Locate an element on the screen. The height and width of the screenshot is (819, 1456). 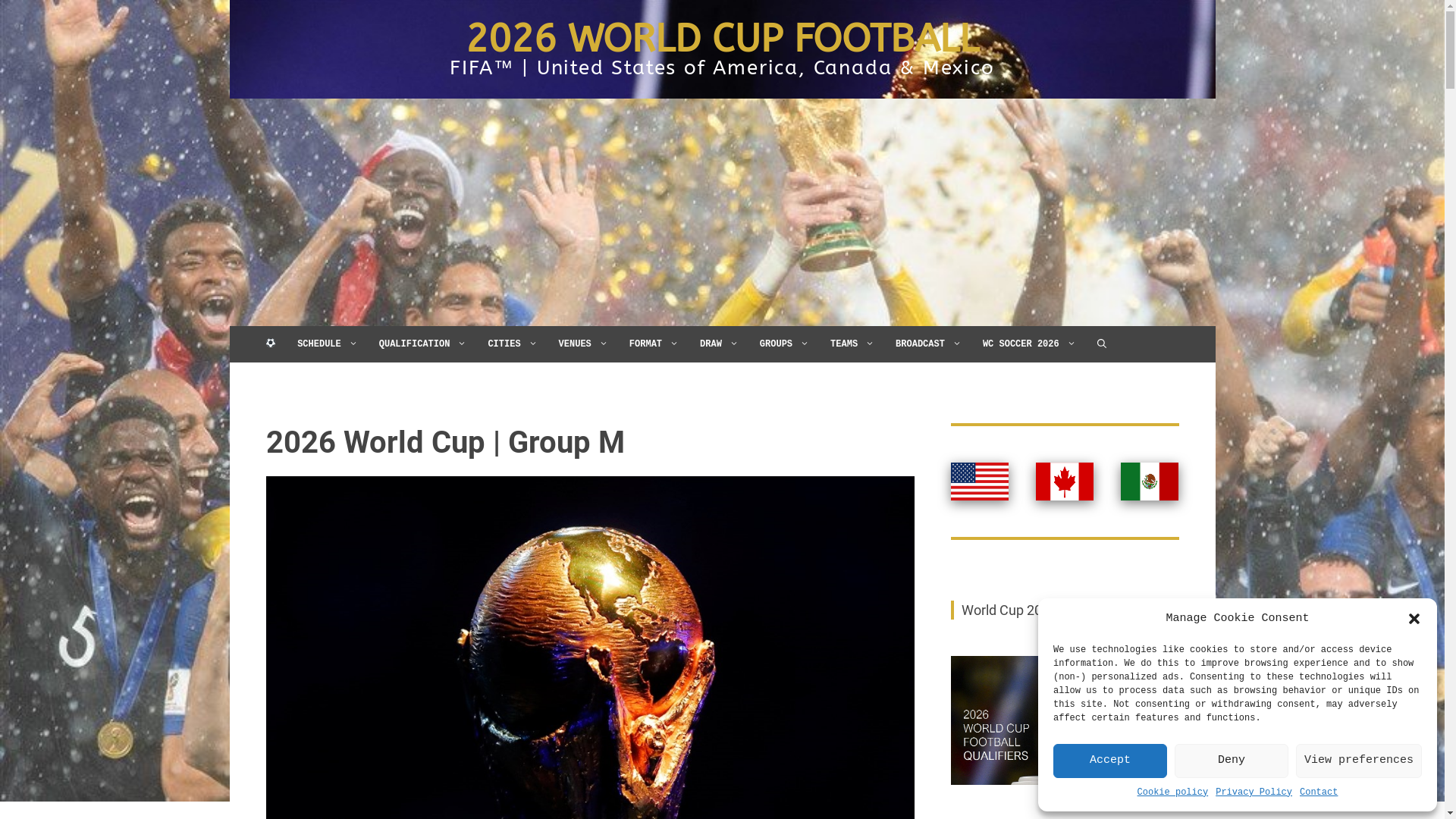
'Deny' is located at coordinates (1231, 761).